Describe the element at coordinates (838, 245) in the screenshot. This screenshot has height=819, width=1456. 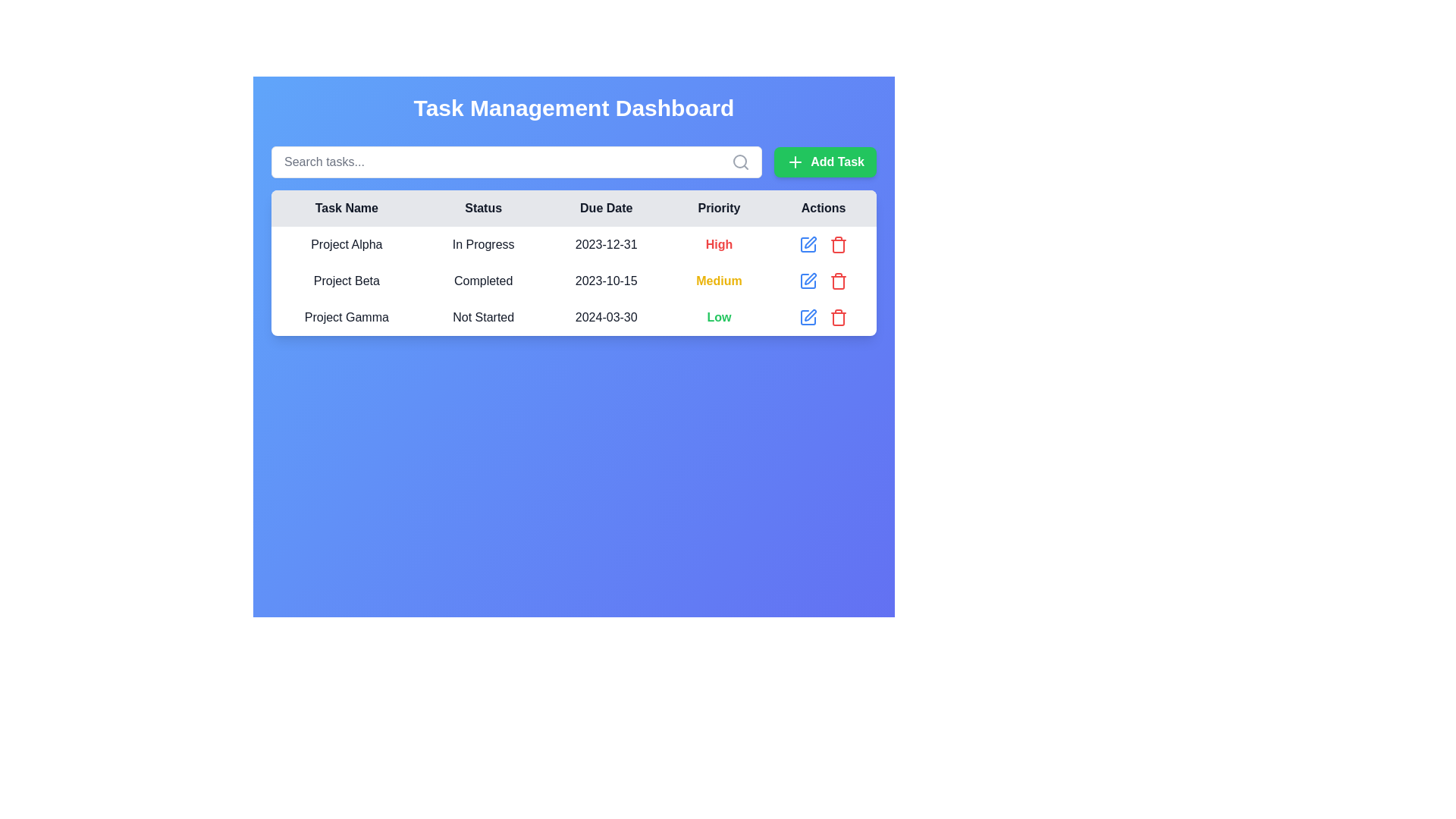
I see `the entire trash bin icon in the last row of the table for delete action` at that location.